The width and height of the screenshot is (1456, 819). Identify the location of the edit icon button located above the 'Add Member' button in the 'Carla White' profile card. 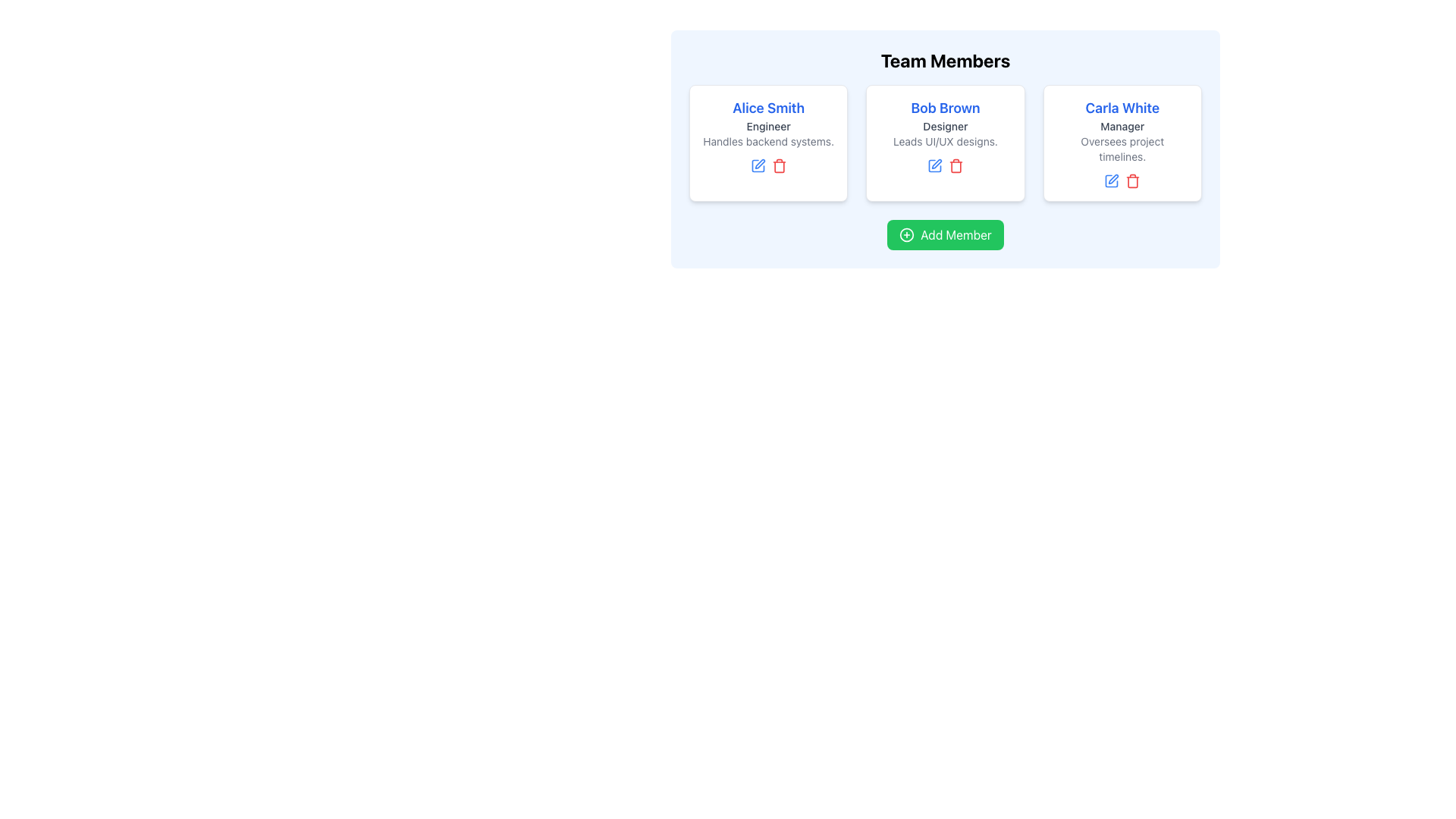
(1113, 178).